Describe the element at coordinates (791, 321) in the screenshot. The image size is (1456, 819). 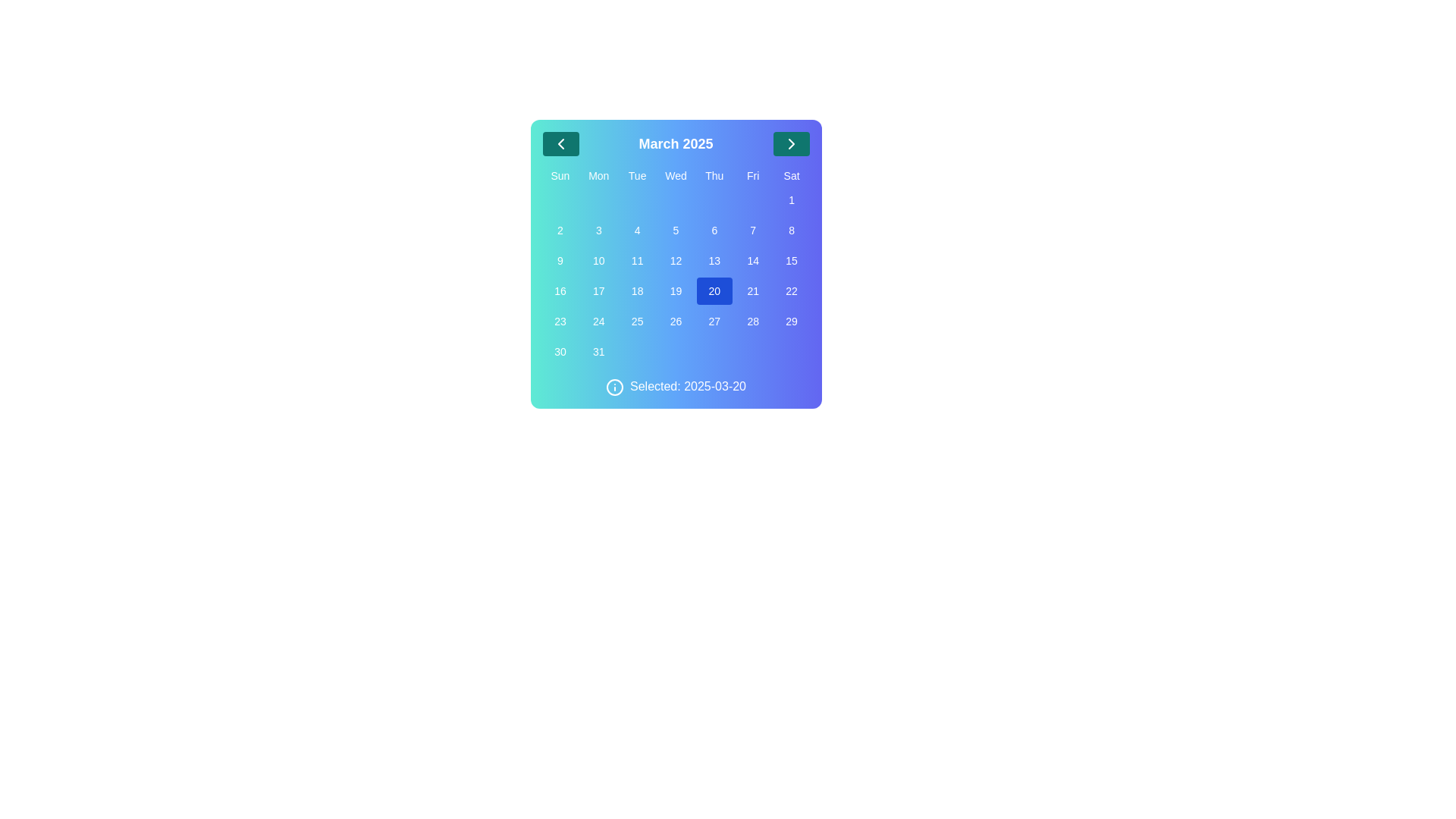
I see `the button representing the date '29' in the last column of the bottom row of the calendar interface` at that location.